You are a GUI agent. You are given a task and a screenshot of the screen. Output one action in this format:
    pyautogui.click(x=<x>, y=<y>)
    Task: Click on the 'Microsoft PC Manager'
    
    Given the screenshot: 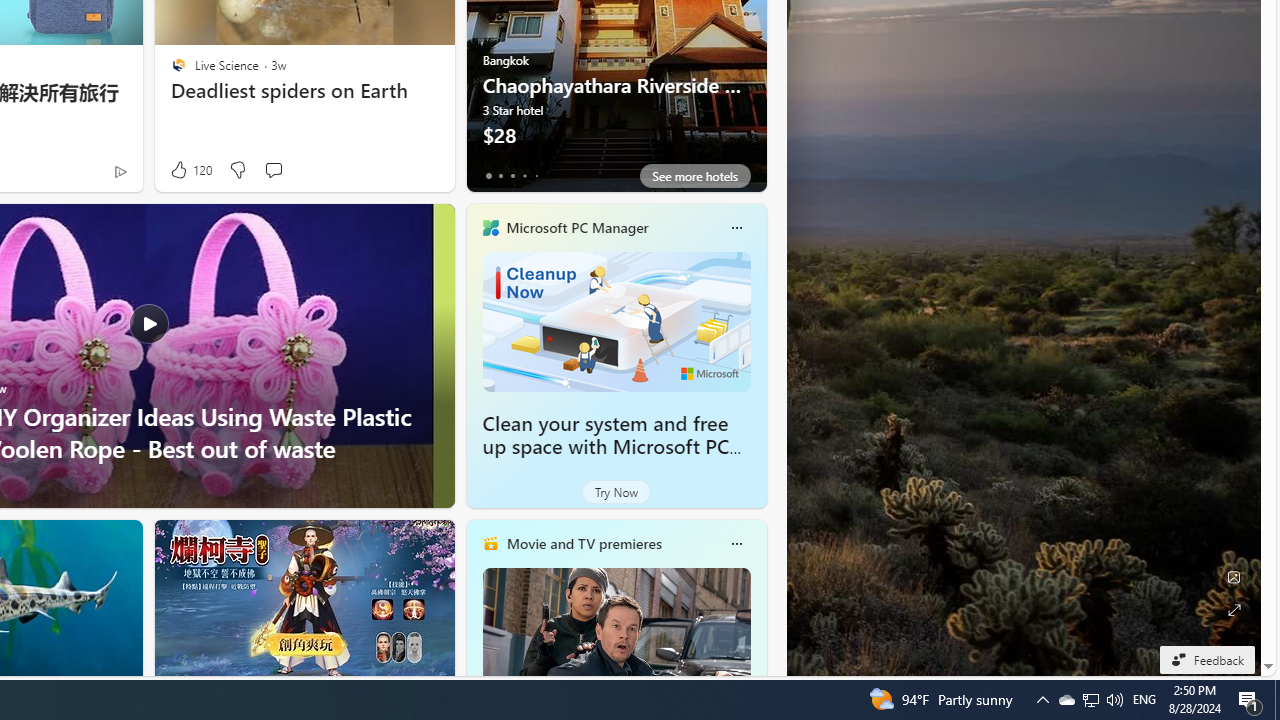 What is the action you would take?
    pyautogui.click(x=576, y=226)
    